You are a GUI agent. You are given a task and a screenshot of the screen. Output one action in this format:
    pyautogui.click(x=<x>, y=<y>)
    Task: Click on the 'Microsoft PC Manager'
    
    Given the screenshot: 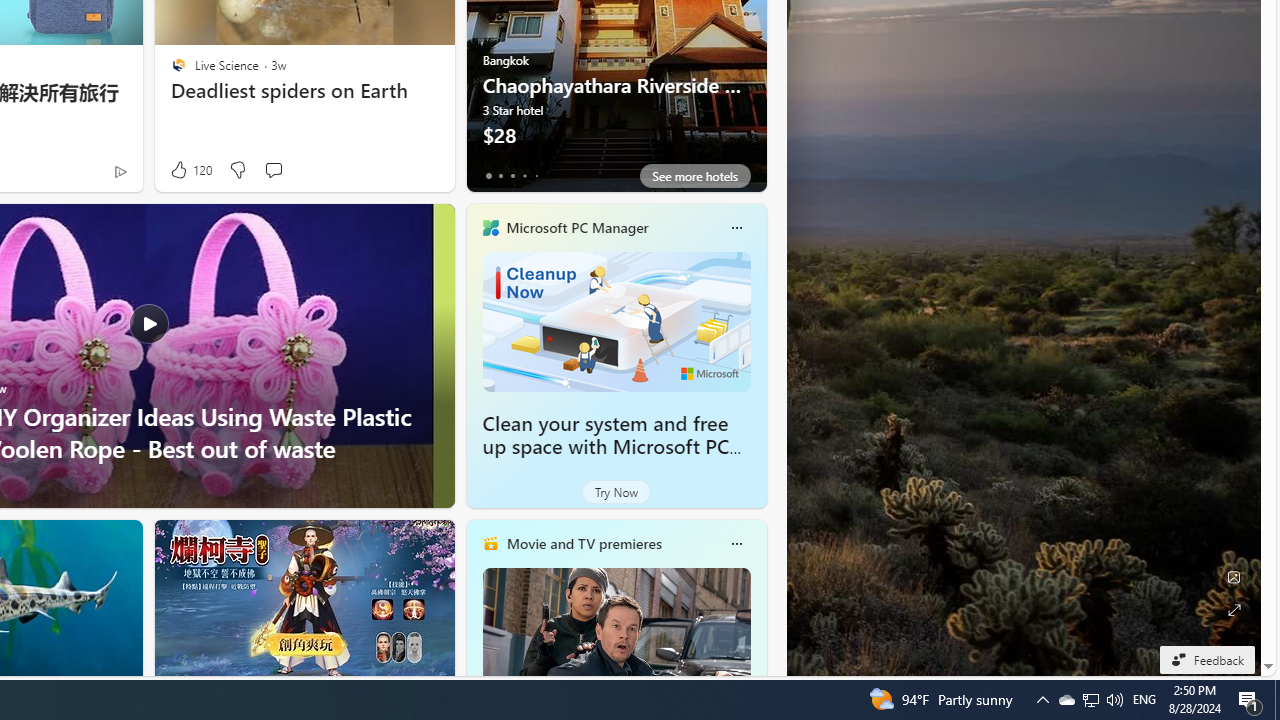 What is the action you would take?
    pyautogui.click(x=576, y=226)
    